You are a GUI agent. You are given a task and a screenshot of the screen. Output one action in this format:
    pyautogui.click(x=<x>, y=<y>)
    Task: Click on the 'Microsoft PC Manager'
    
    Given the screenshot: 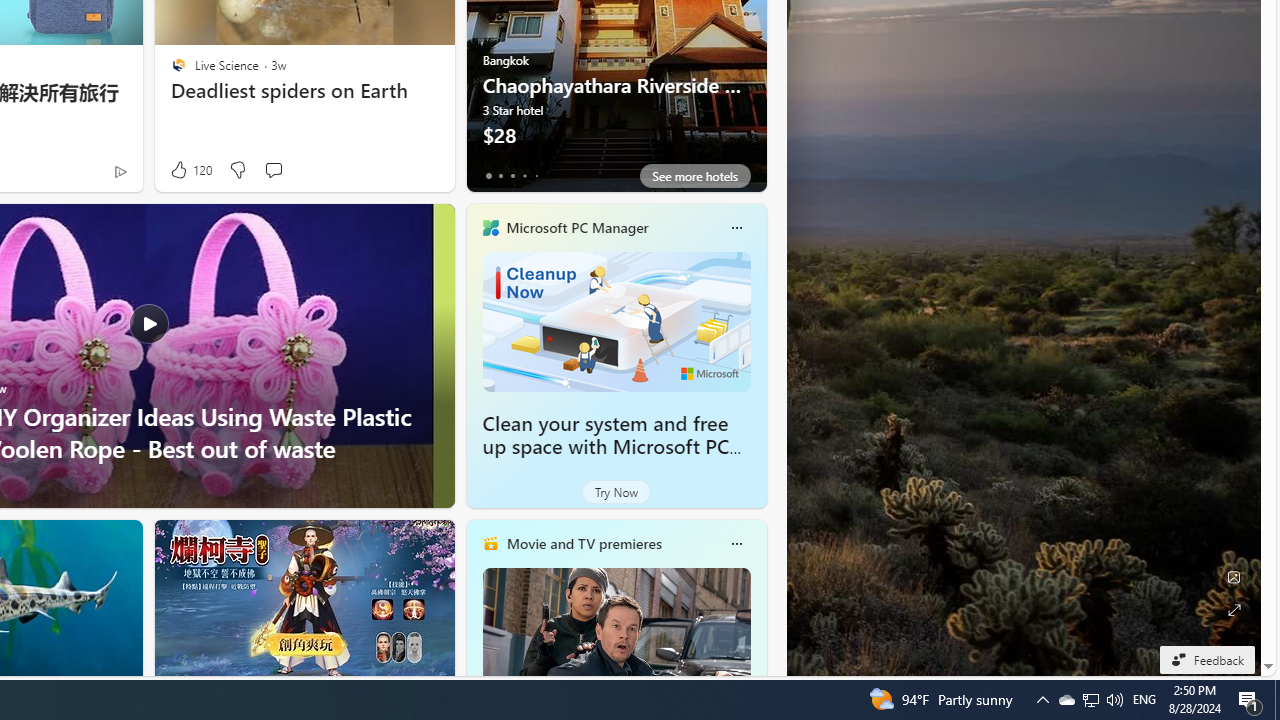 What is the action you would take?
    pyautogui.click(x=576, y=226)
    